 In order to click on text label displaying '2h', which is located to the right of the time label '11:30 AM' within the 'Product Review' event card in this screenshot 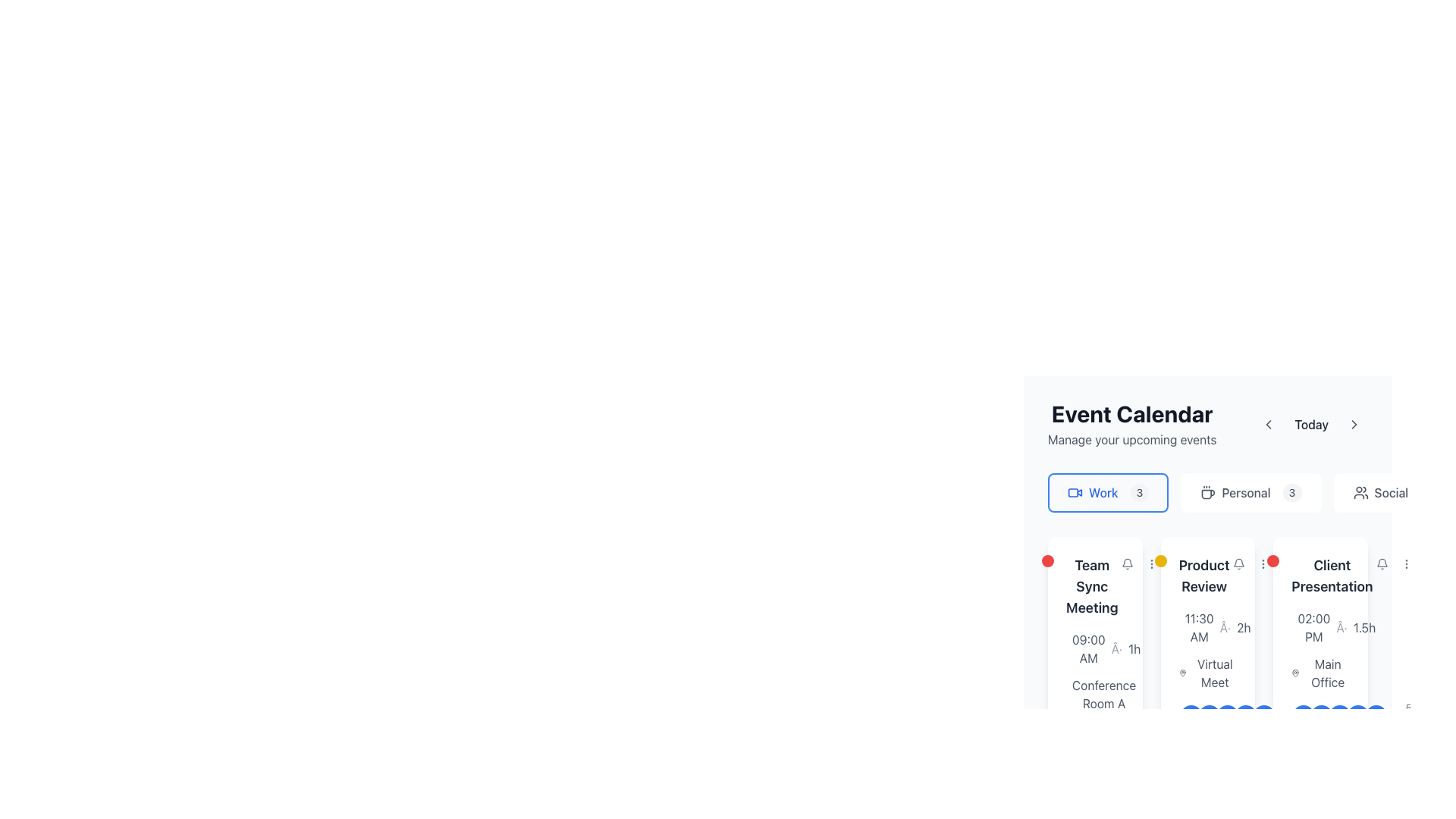, I will do `click(1244, 628)`.